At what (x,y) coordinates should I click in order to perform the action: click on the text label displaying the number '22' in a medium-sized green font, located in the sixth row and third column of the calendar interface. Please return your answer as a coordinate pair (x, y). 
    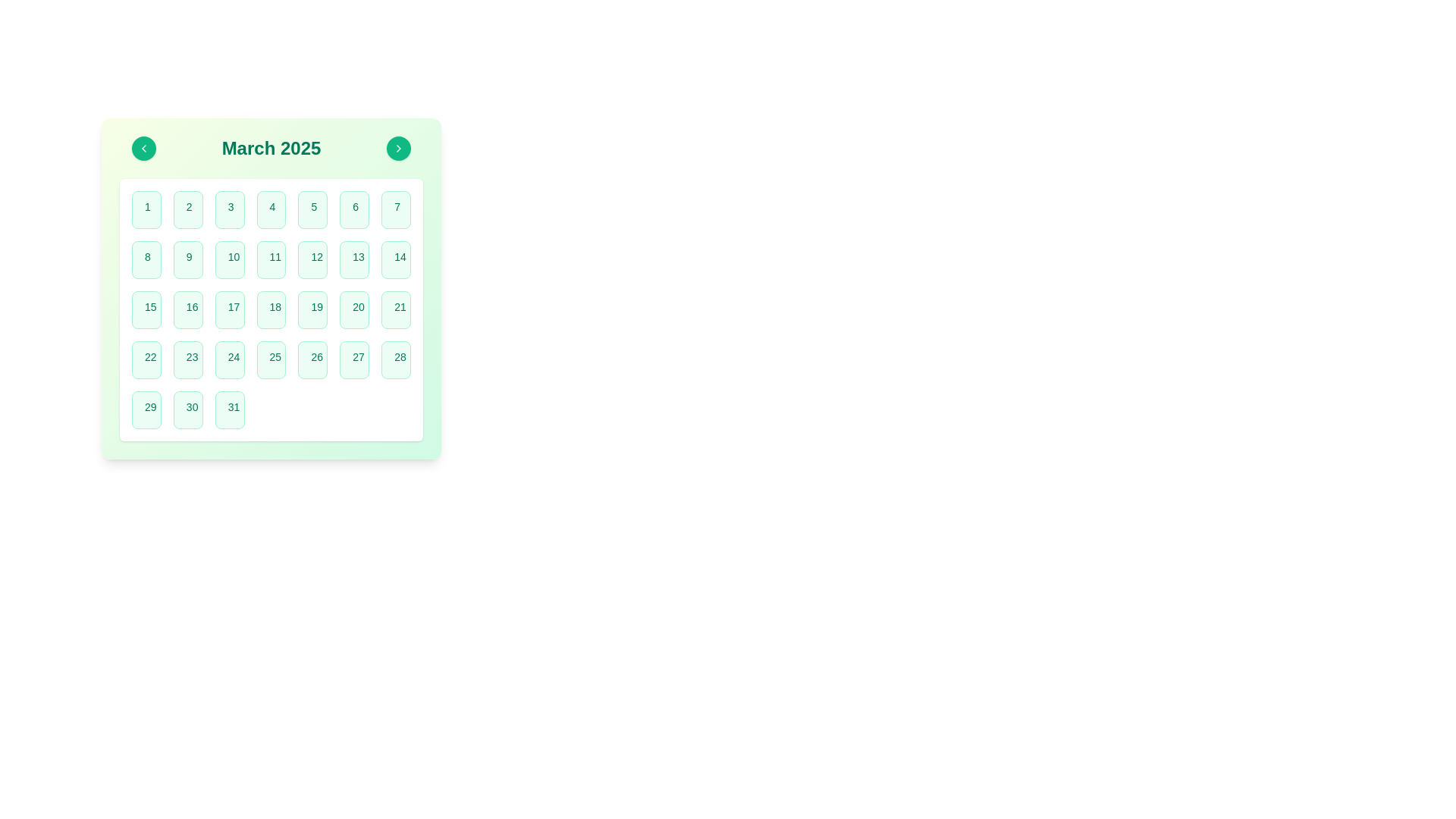
    Looking at the image, I should click on (150, 356).